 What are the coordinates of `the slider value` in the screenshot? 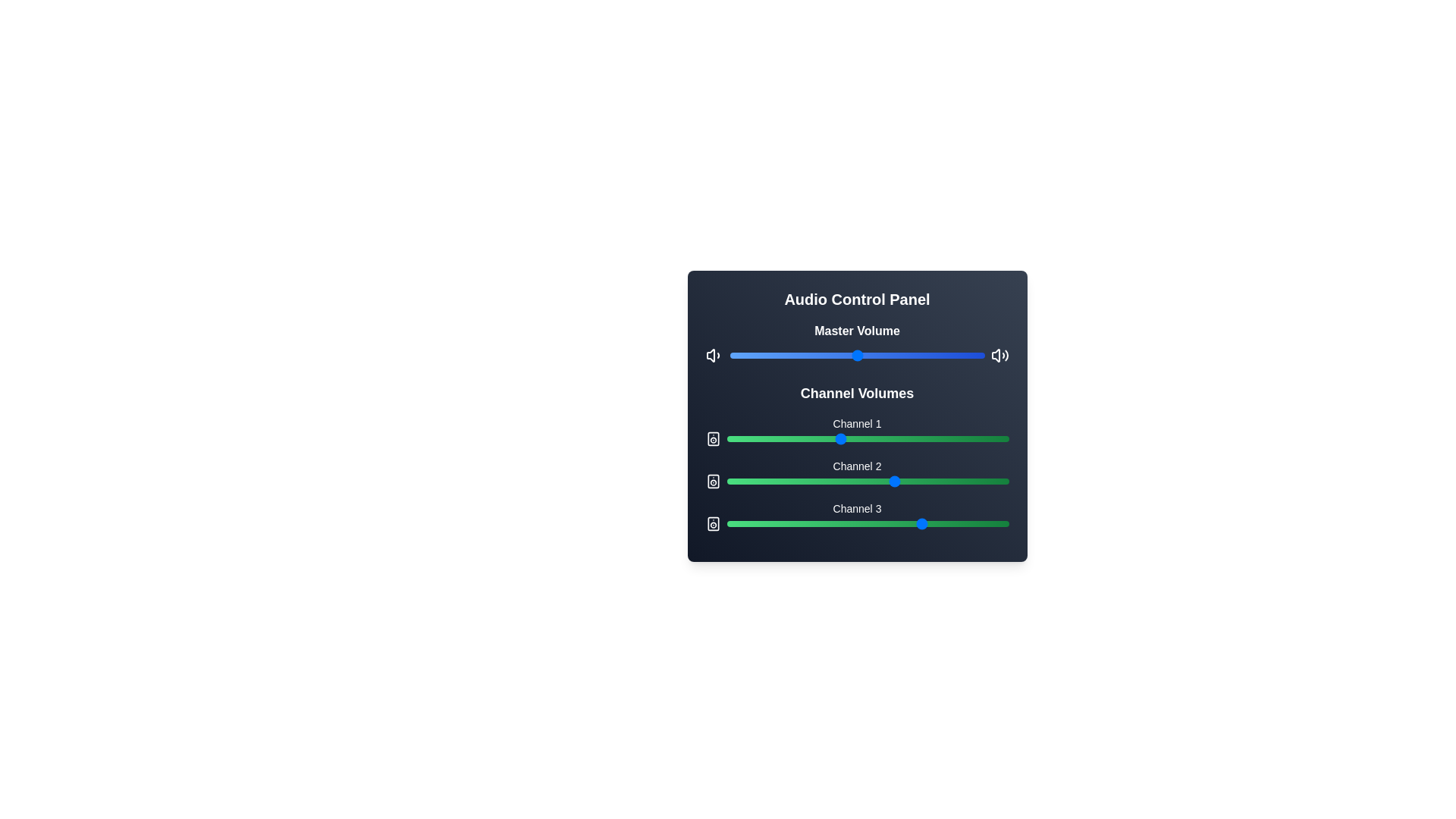 It's located at (1006, 438).